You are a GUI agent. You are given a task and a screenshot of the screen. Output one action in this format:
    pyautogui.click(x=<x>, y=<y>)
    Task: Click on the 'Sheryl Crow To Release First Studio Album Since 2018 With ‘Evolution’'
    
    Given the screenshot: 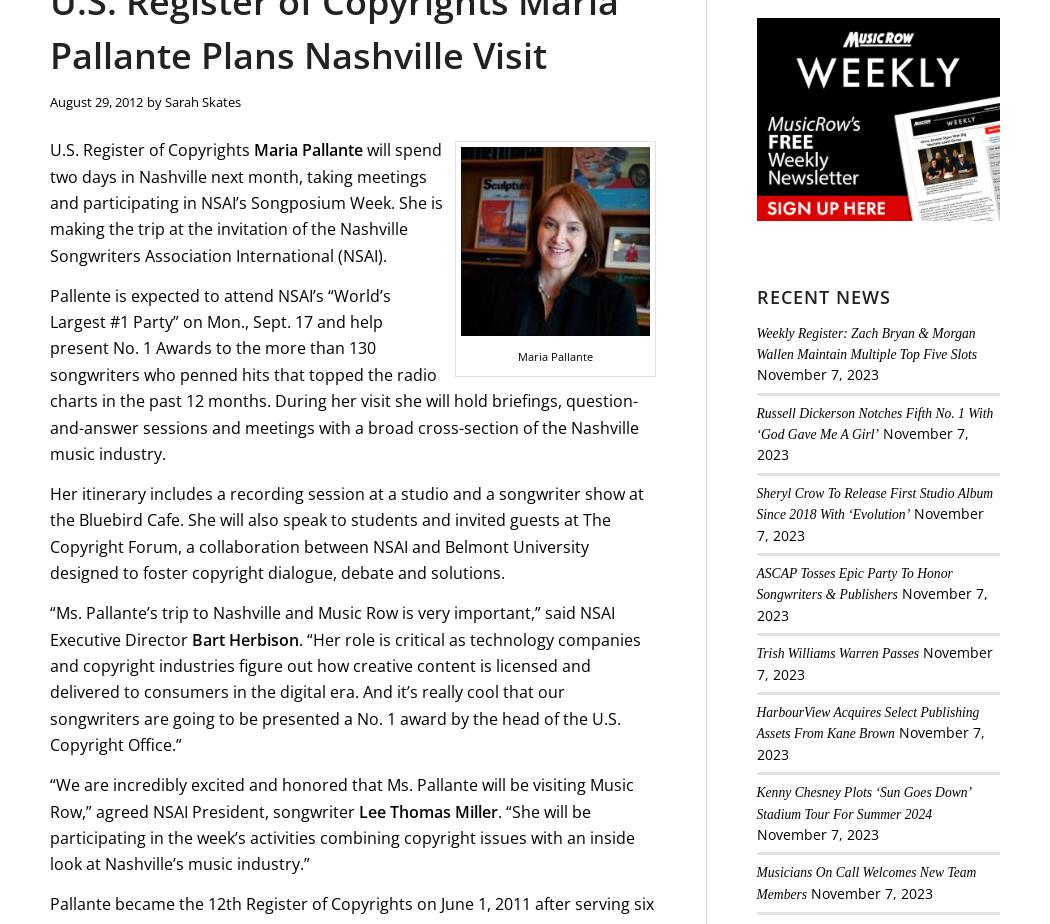 What is the action you would take?
    pyautogui.click(x=873, y=503)
    